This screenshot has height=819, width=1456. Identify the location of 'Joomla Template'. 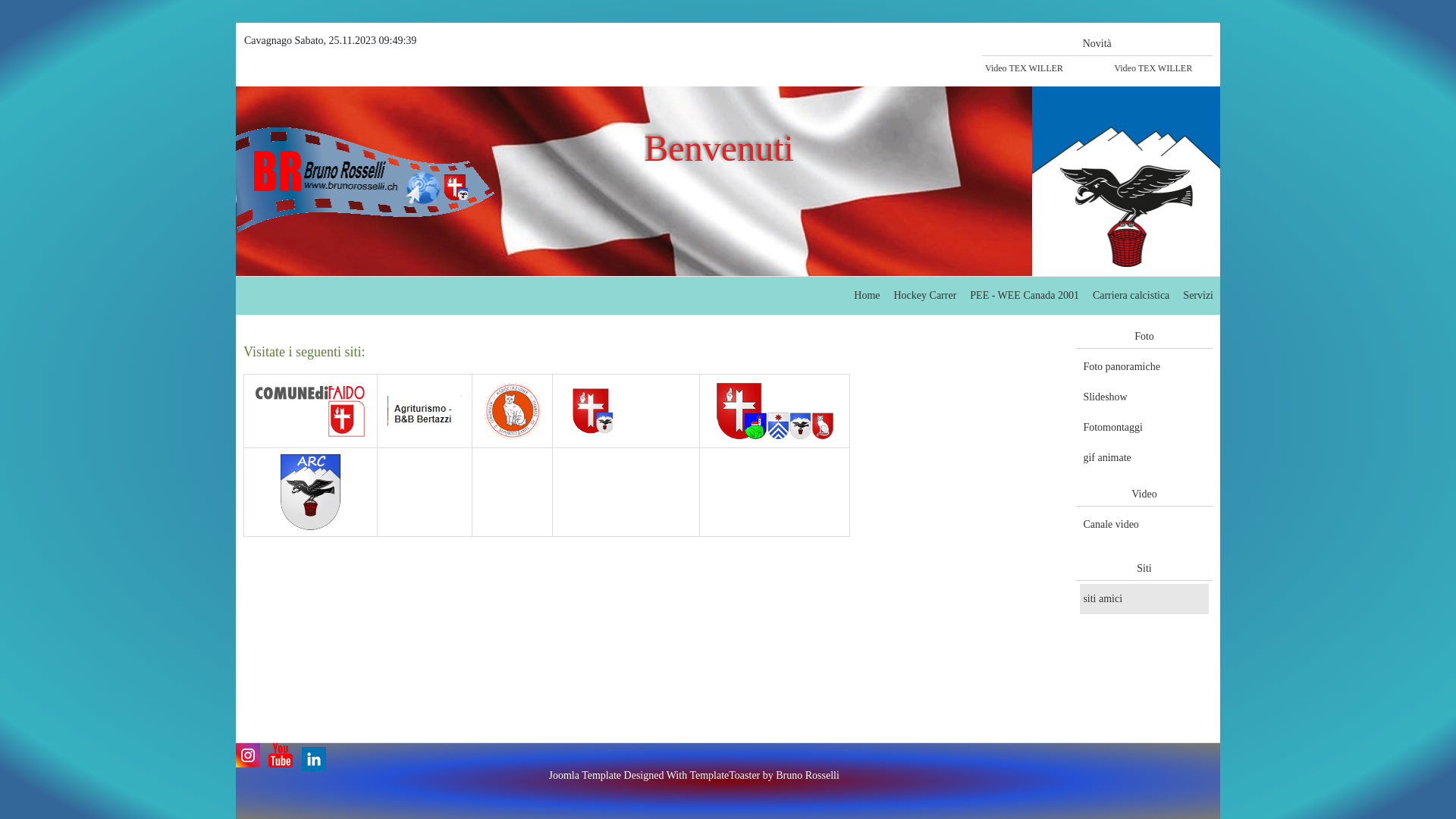
(585, 775).